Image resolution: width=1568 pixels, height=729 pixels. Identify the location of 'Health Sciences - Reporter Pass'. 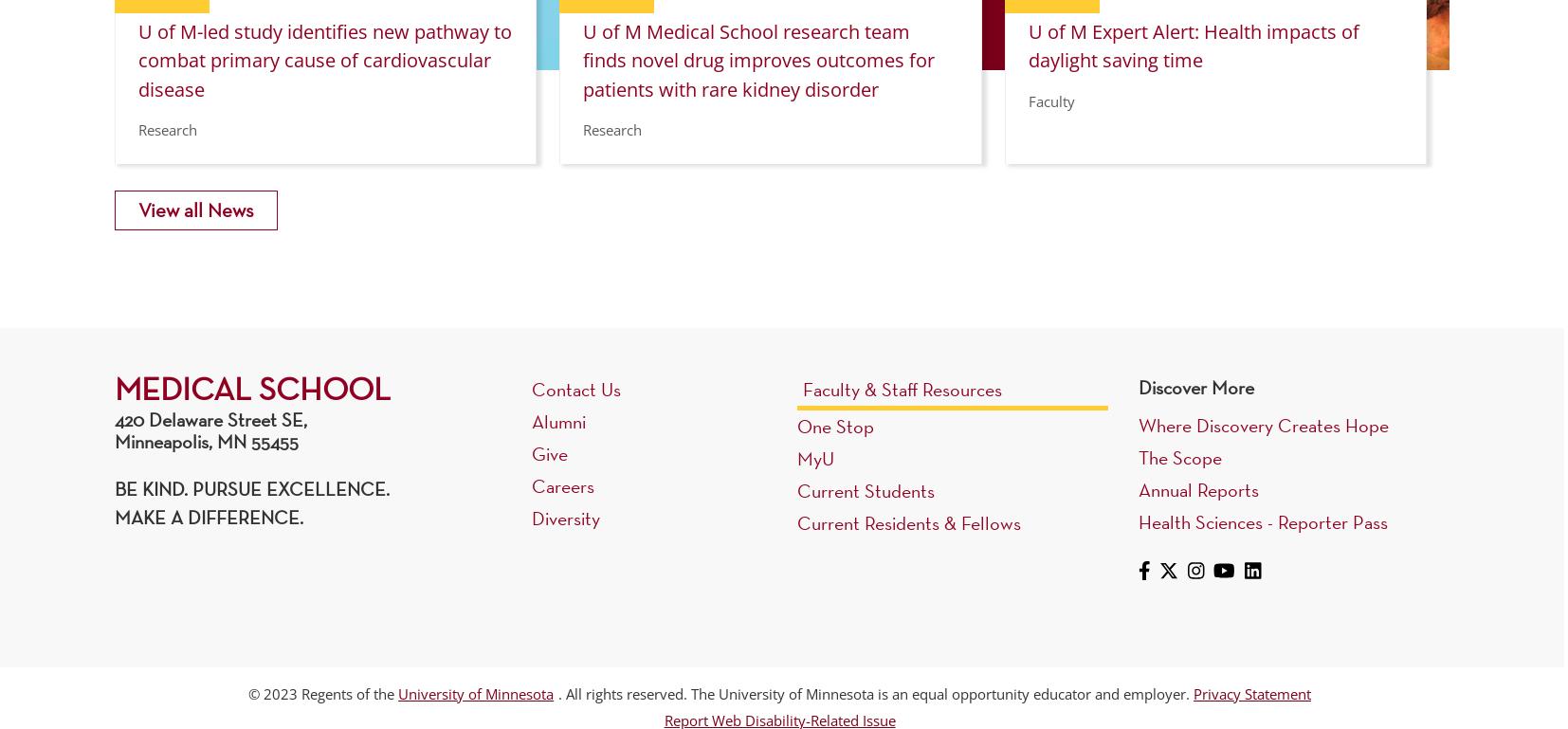
(1263, 519).